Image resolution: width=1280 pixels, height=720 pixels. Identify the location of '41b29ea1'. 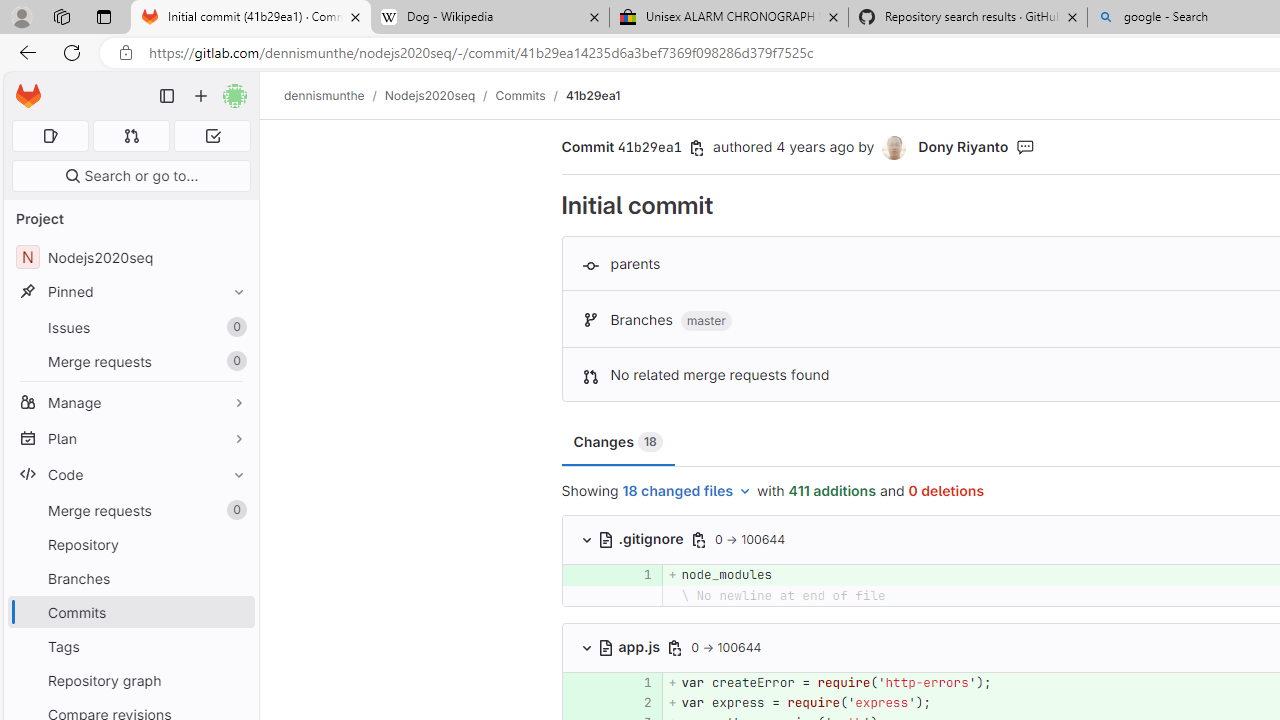
(591, 95).